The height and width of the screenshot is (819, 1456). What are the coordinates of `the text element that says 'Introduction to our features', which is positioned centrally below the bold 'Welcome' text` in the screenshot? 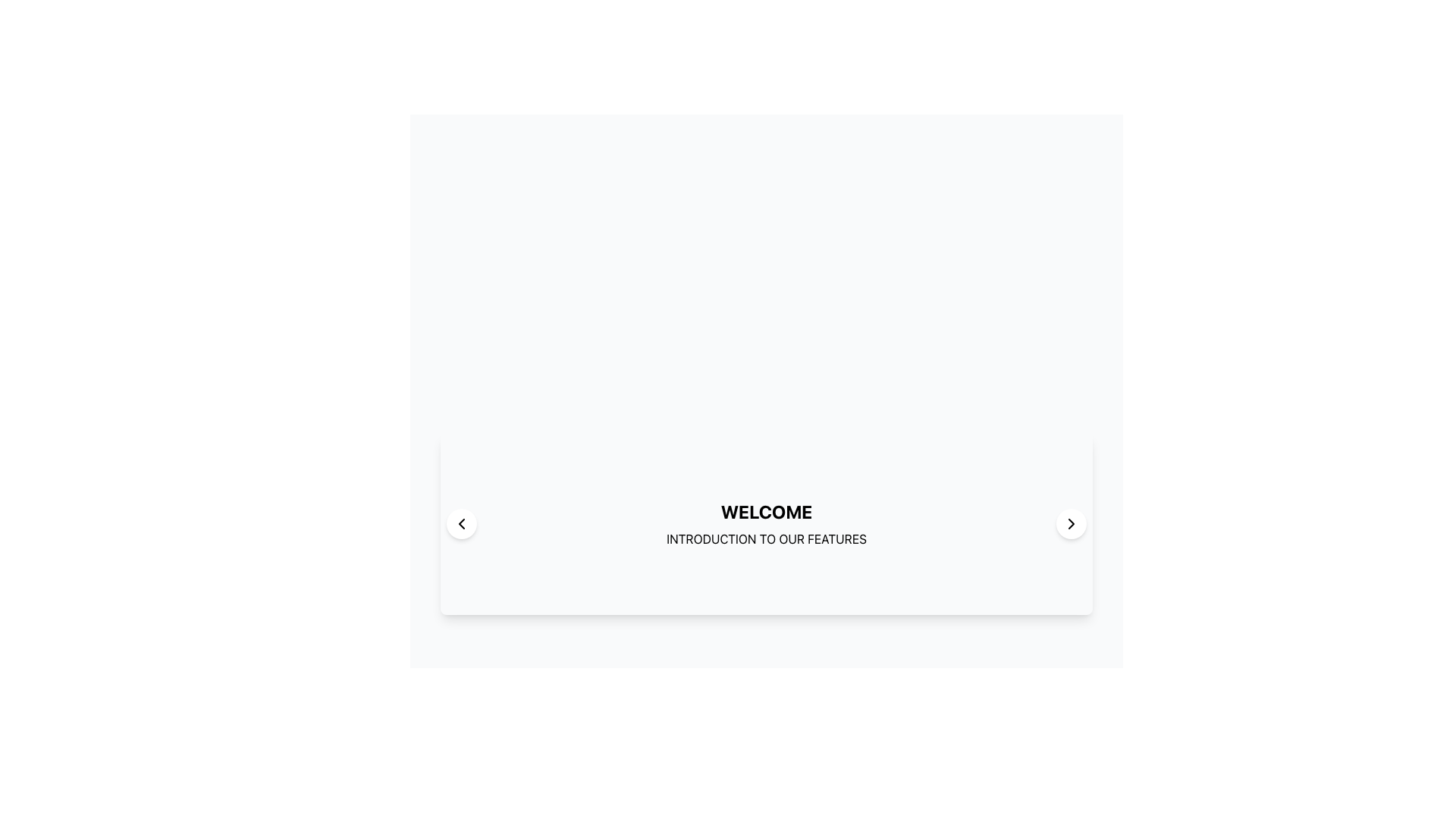 It's located at (767, 538).